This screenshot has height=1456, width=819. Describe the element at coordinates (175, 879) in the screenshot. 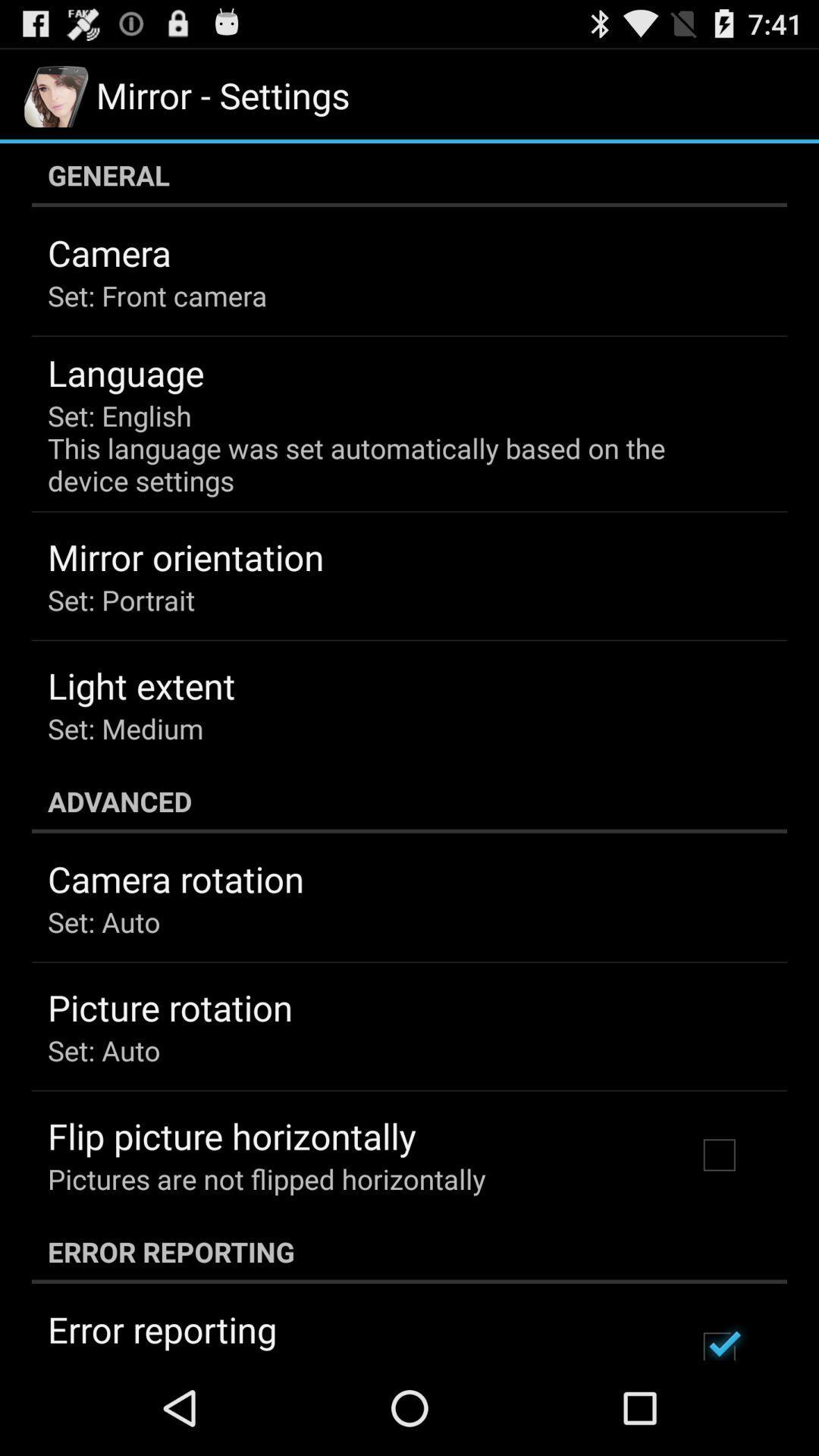

I see `the camera rotation app` at that location.